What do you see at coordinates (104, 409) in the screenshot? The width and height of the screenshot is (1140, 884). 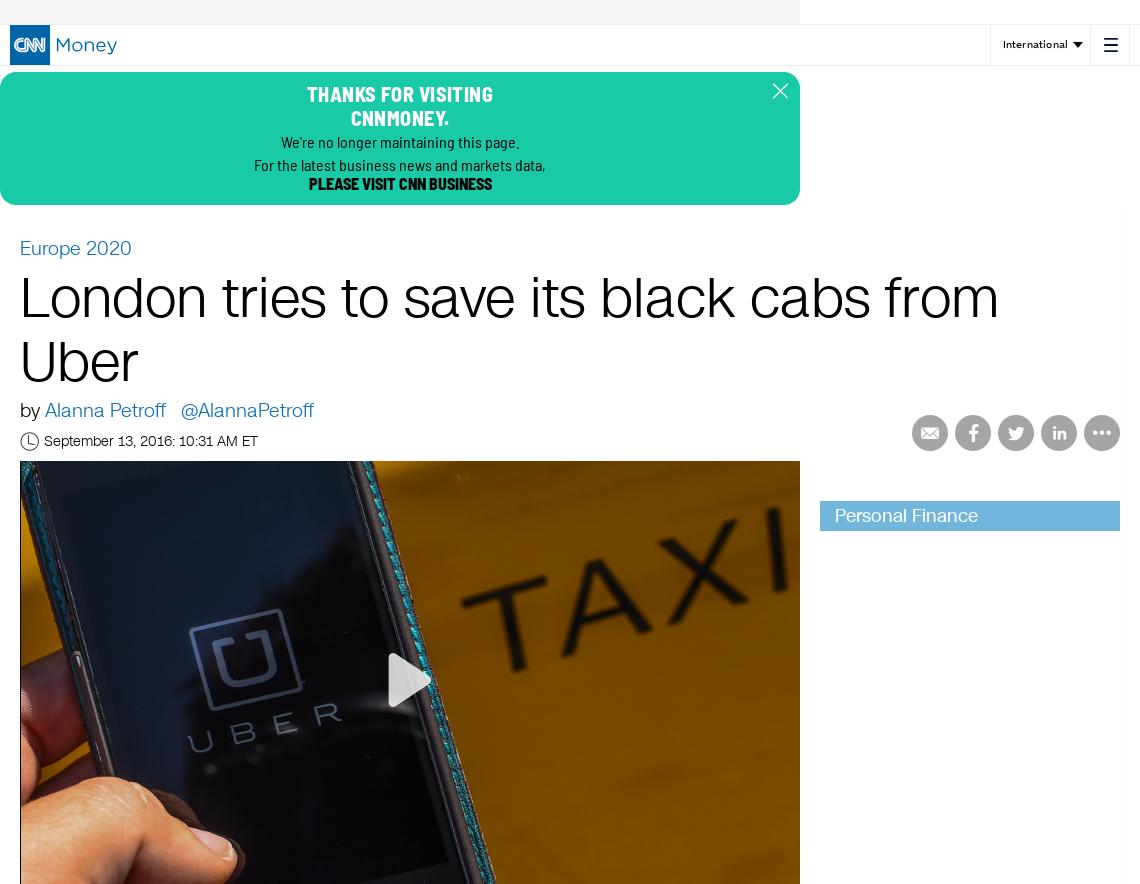 I see `'Alanna Petroff'` at bounding box center [104, 409].